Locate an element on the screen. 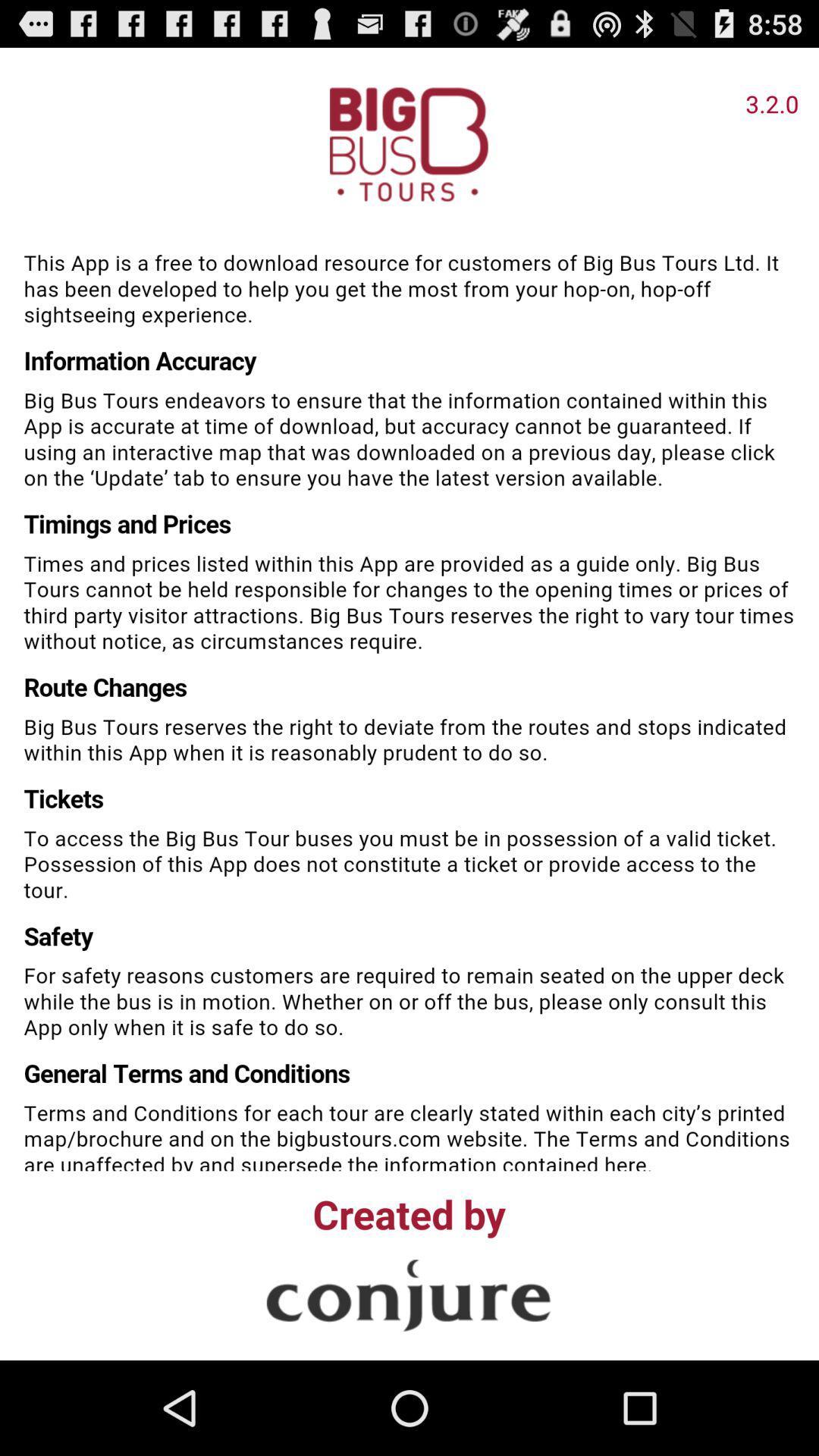 The width and height of the screenshot is (819, 1456). link to creator is located at coordinates (408, 1294).